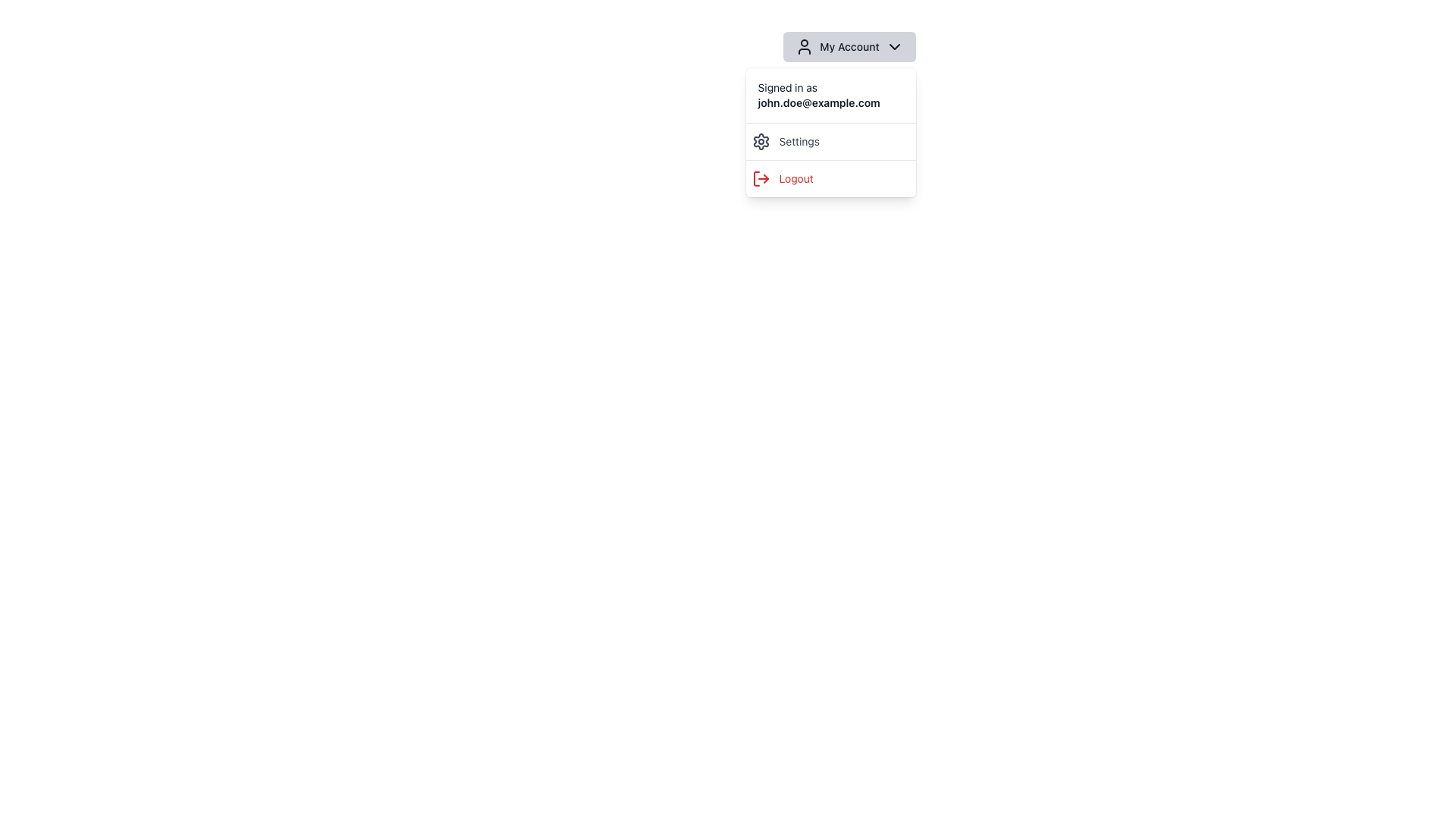 The width and height of the screenshot is (1456, 819). What do you see at coordinates (761, 141) in the screenshot?
I see `the gear-like icon associated with the settings option located beneath the 'My Account' dropdown menu` at bounding box center [761, 141].